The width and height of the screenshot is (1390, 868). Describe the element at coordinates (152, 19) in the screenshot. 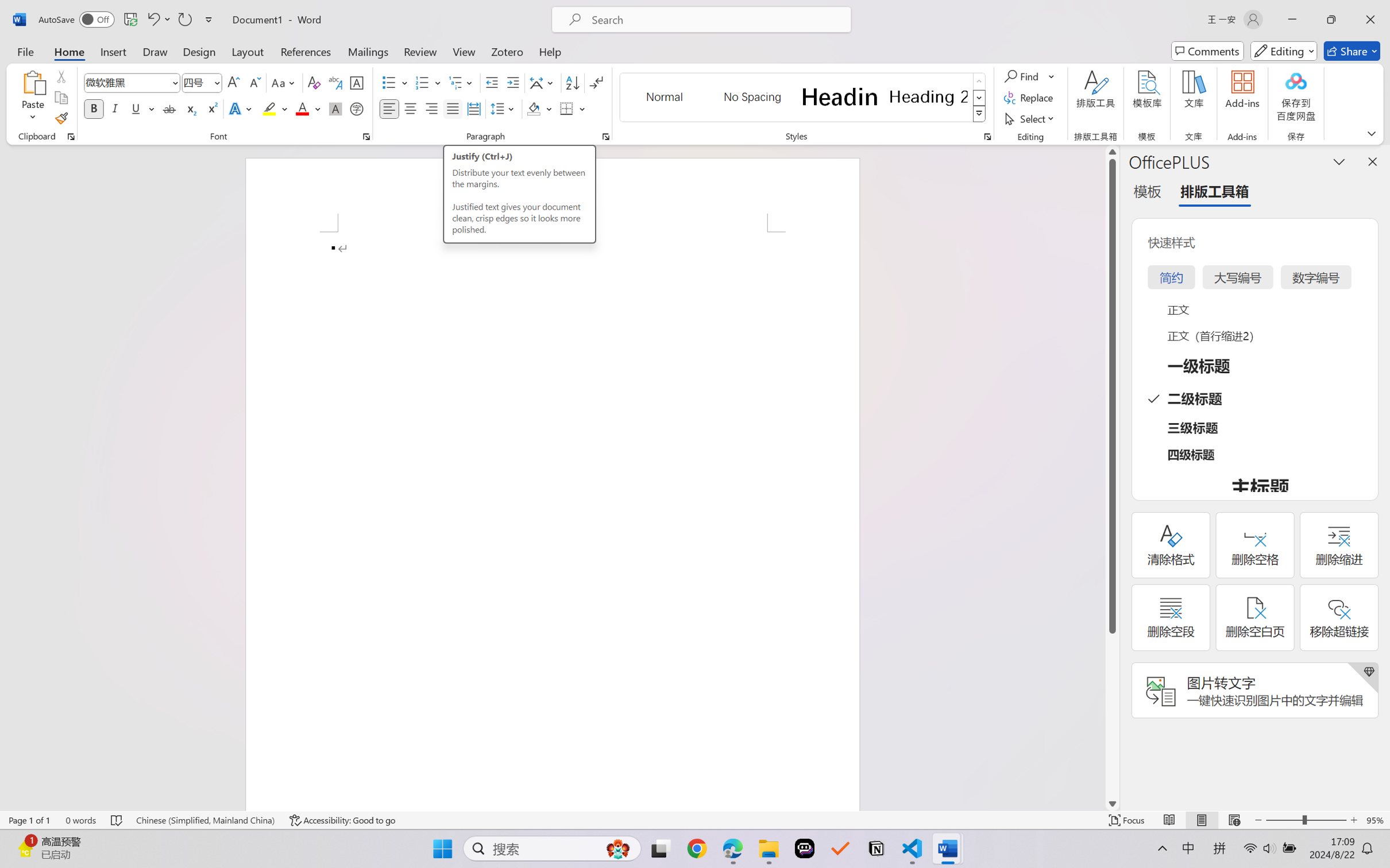

I see `'Undo <ApplyStyleToDoc>b__0'` at that location.